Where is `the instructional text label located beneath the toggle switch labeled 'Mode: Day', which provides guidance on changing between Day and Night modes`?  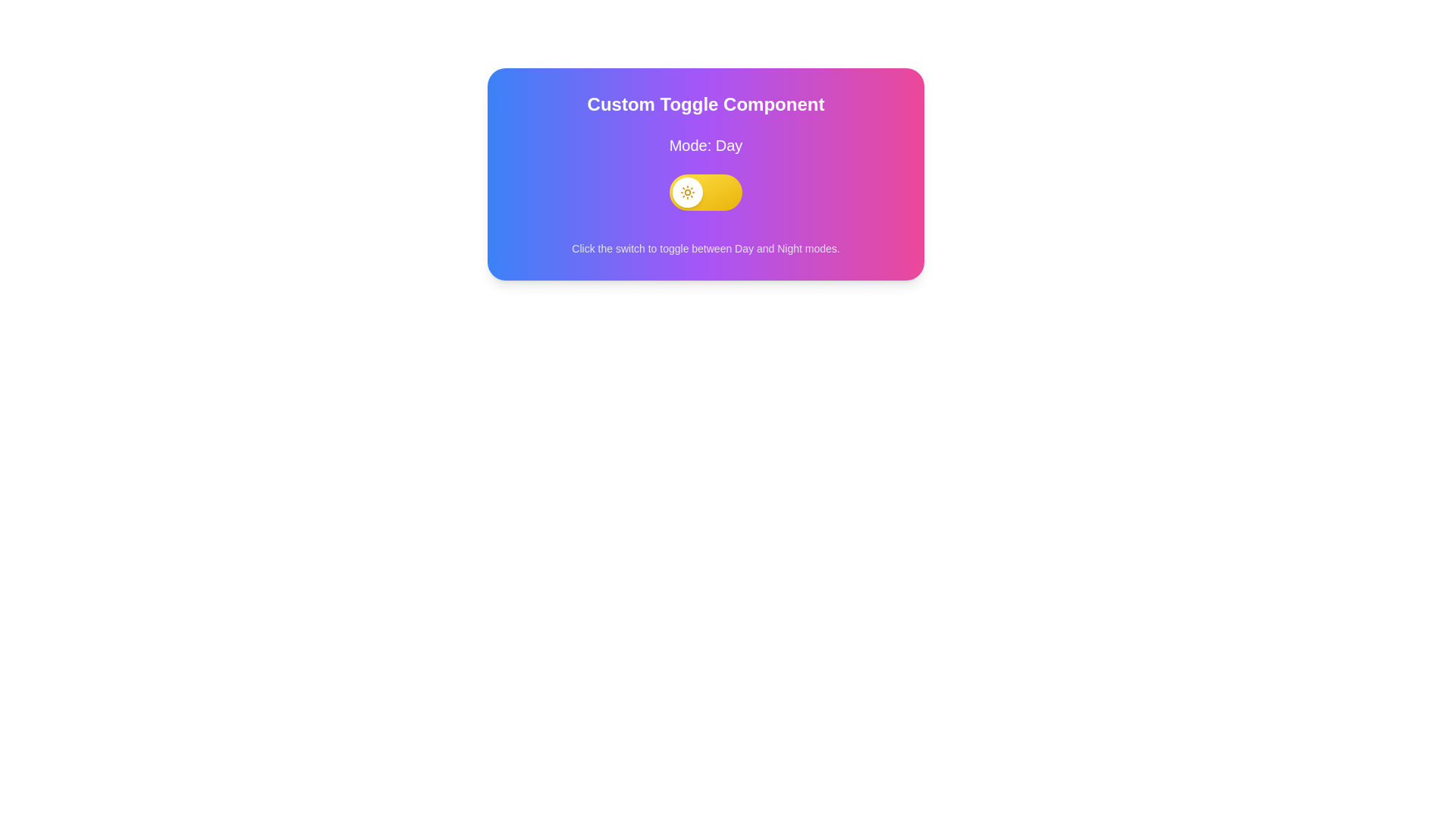
the instructional text label located beneath the toggle switch labeled 'Mode: Day', which provides guidance on changing between Day and Night modes is located at coordinates (705, 247).